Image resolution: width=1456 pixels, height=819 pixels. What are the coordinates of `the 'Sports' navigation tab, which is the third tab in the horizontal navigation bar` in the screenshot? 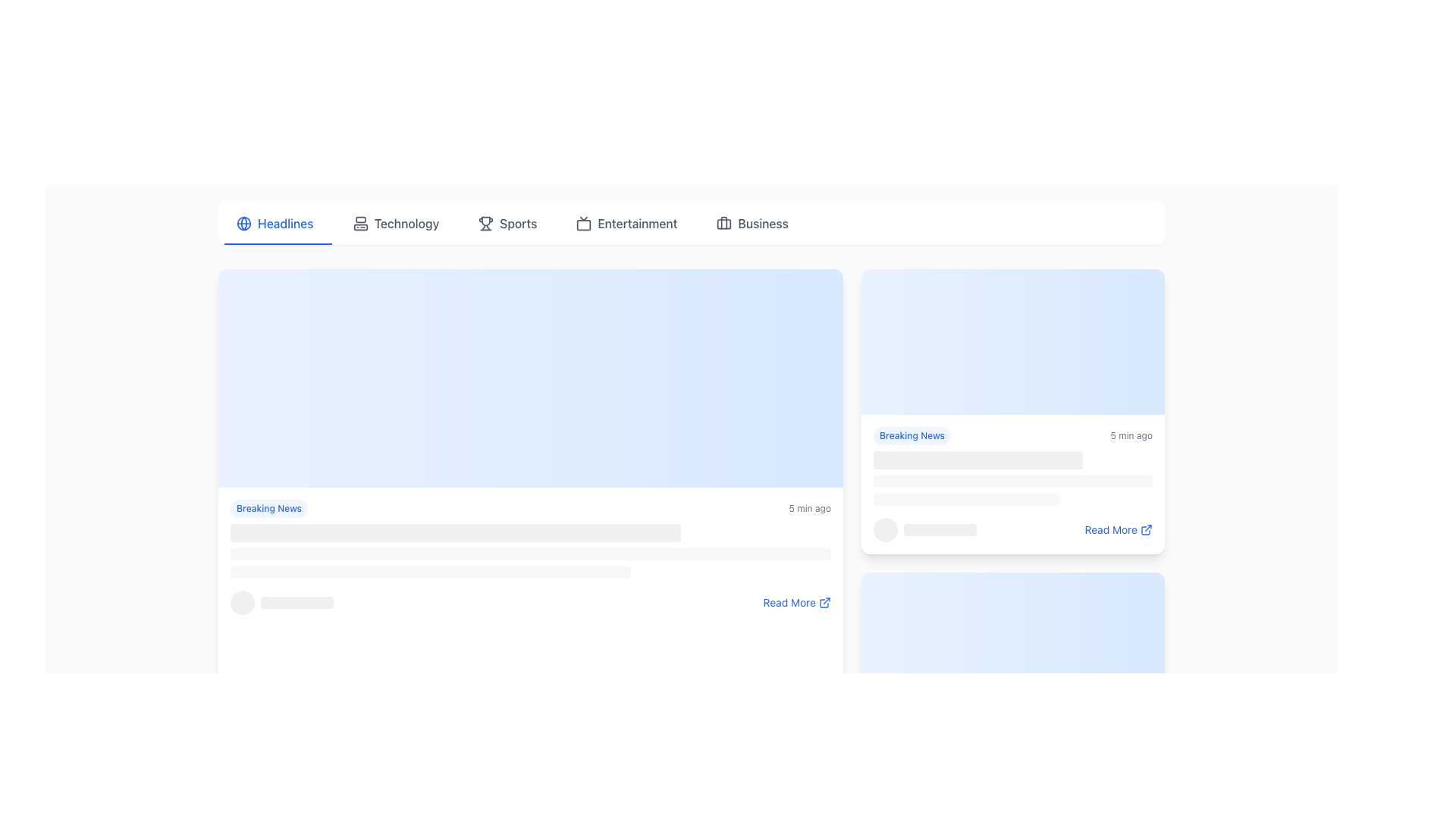 It's located at (507, 223).